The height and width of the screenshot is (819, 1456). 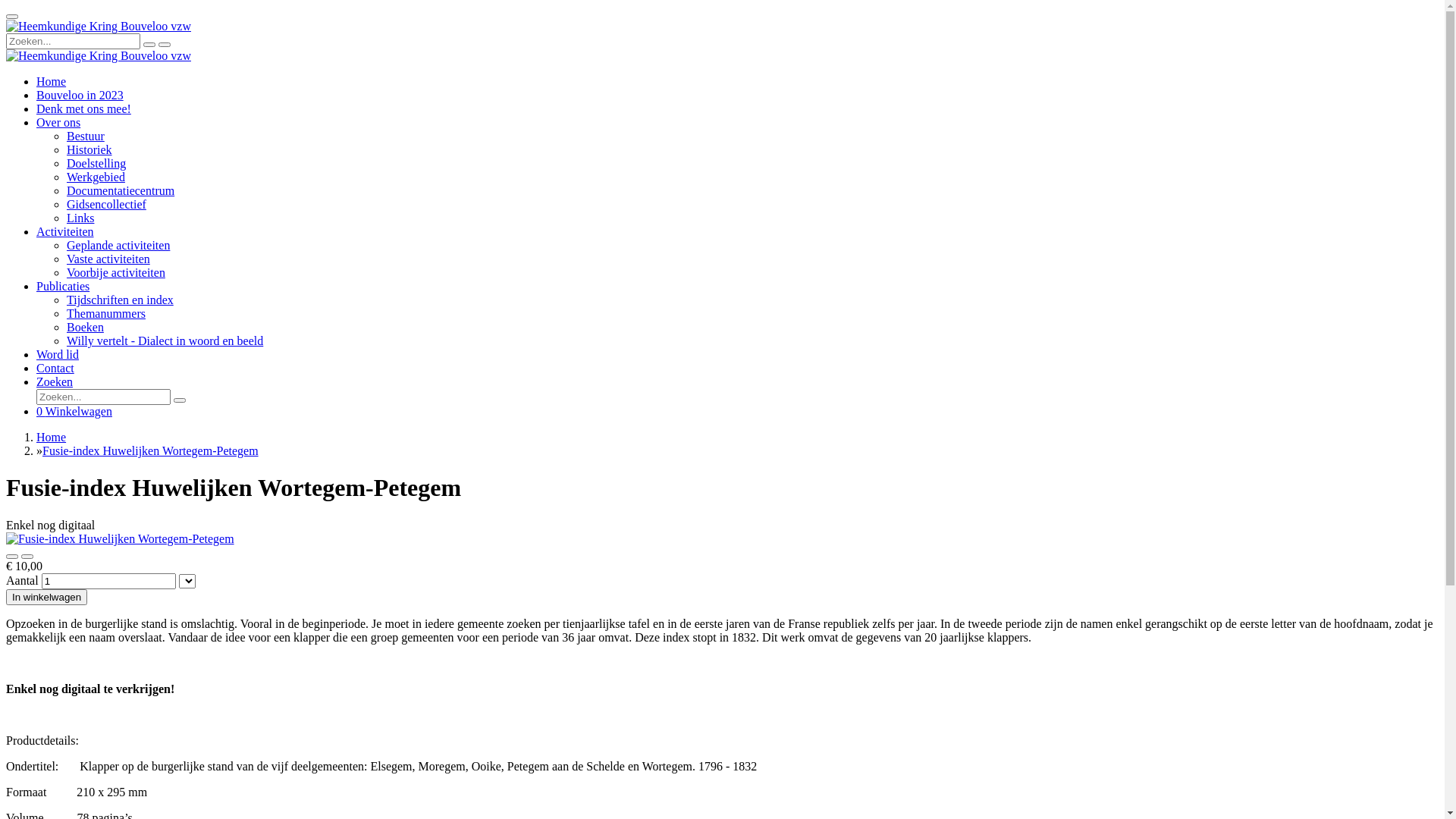 What do you see at coordinates (65, 326) in the screenshot?
I see `'Boeken'` at bounding box center [65, 326].